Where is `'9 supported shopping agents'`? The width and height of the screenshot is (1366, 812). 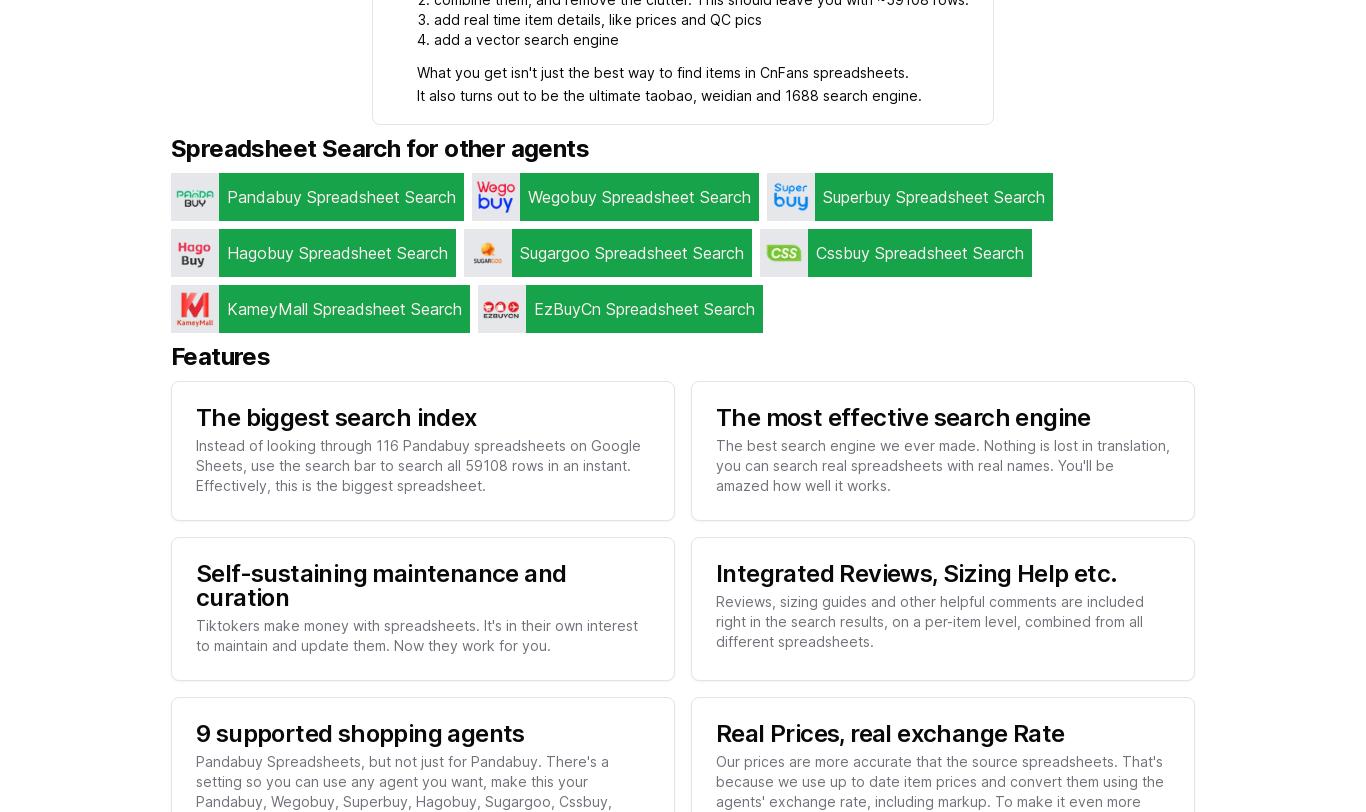
'9 supported shopping agents' is located at coordinates (358, 732).